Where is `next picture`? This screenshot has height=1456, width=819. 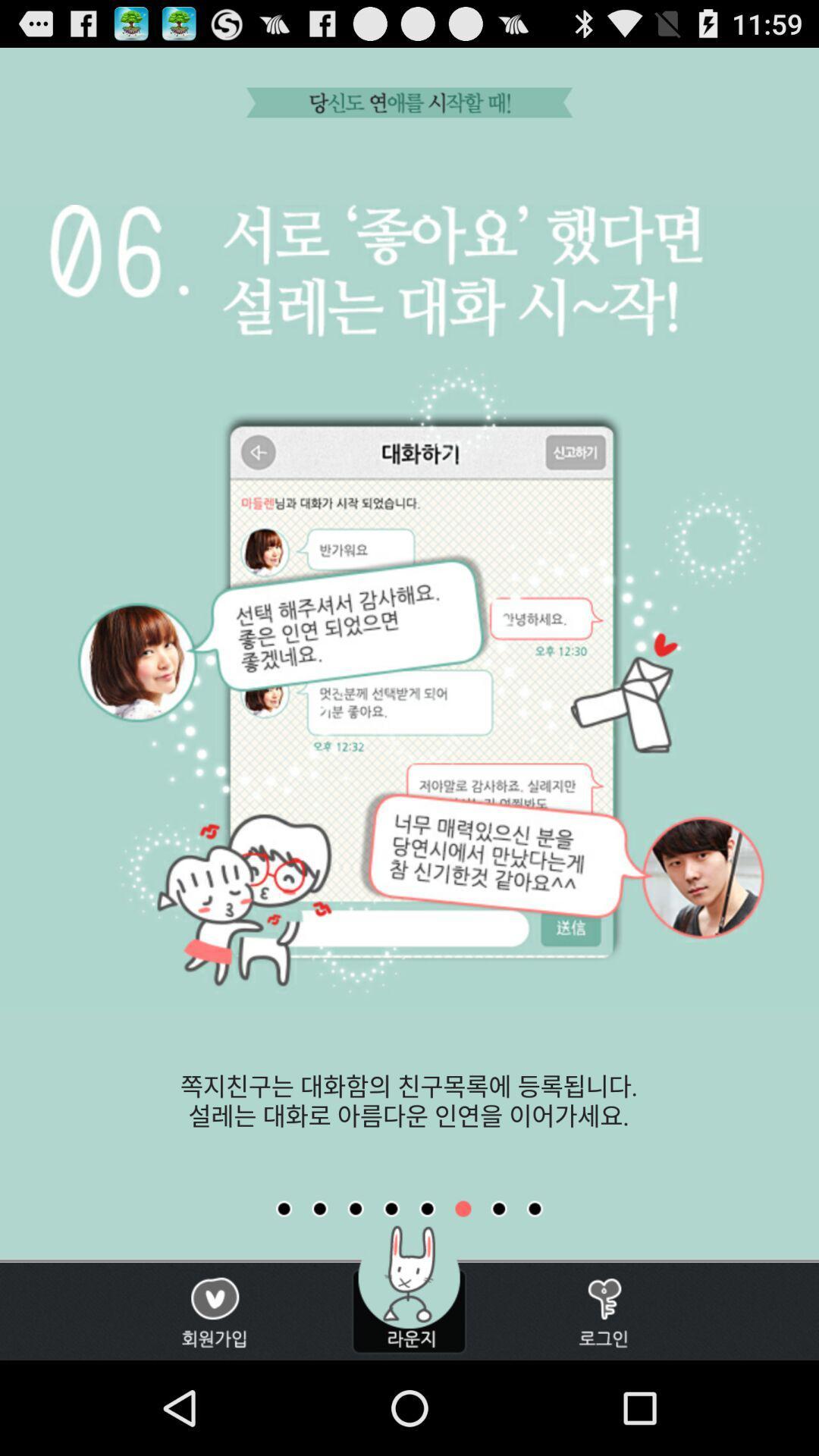 next picture is located at coordinates (499, 1208).